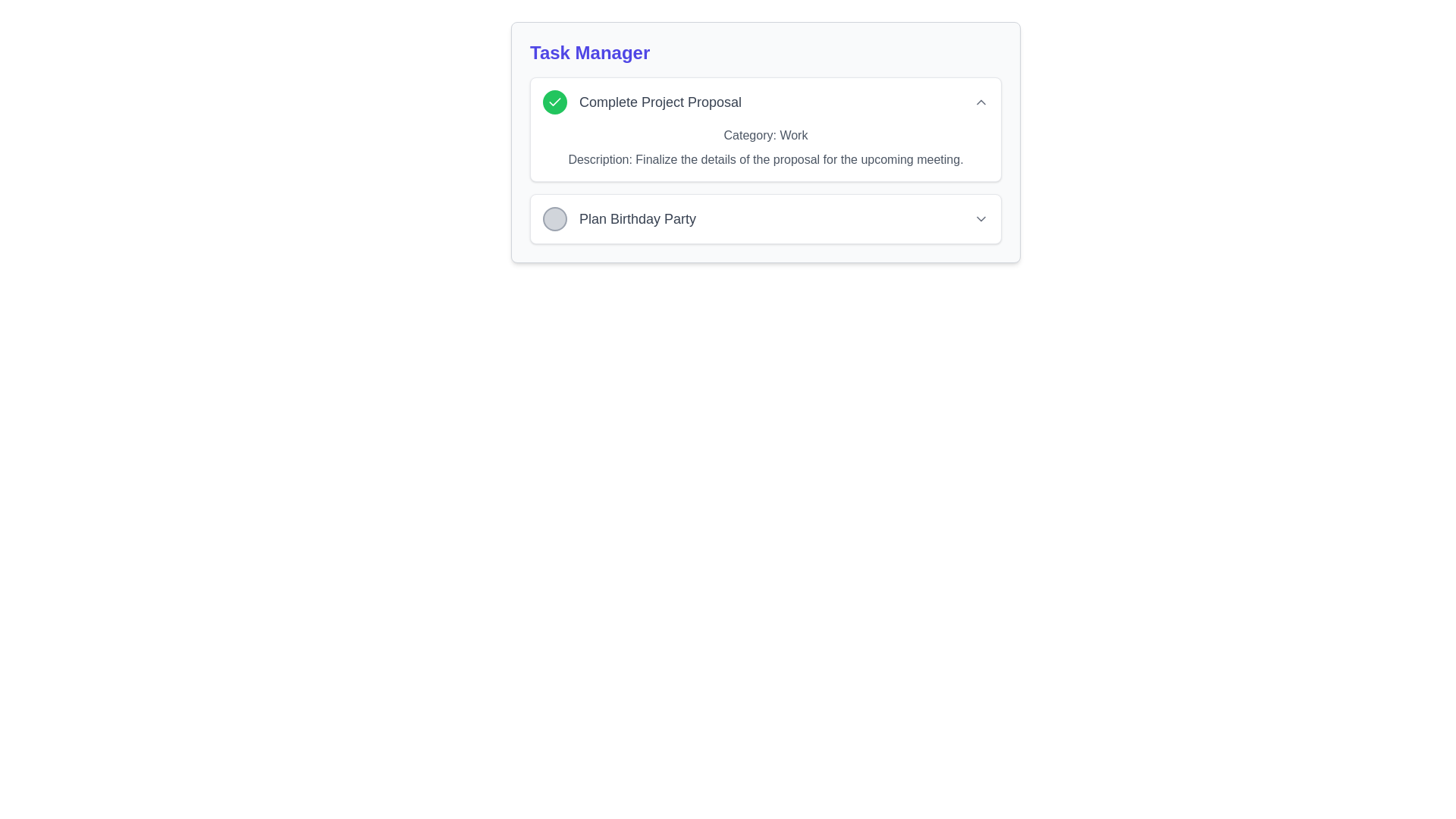 Image resolution: width=1456 pixels, height=819 pixels. I want to click on the circular green icon with a white checkmark that indicates a completed status, located to the left of the text 'Complete Project Proposal', so click(554, 102).